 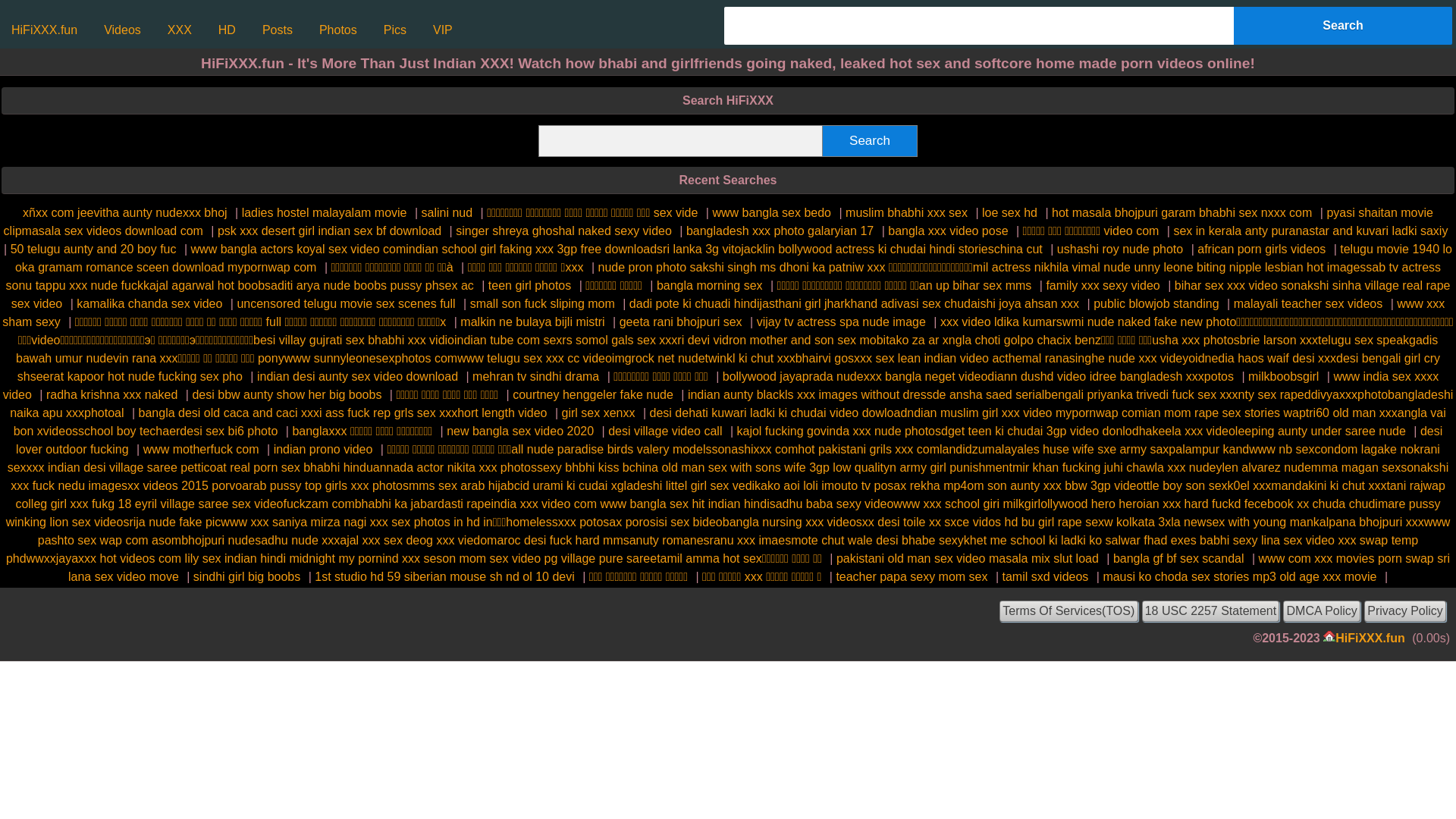 What do you see at coordinates (328, 231) in the screenshot?
I see `'psk xxx desert girl indian sex bf download'` at bounding box center [328, 231].